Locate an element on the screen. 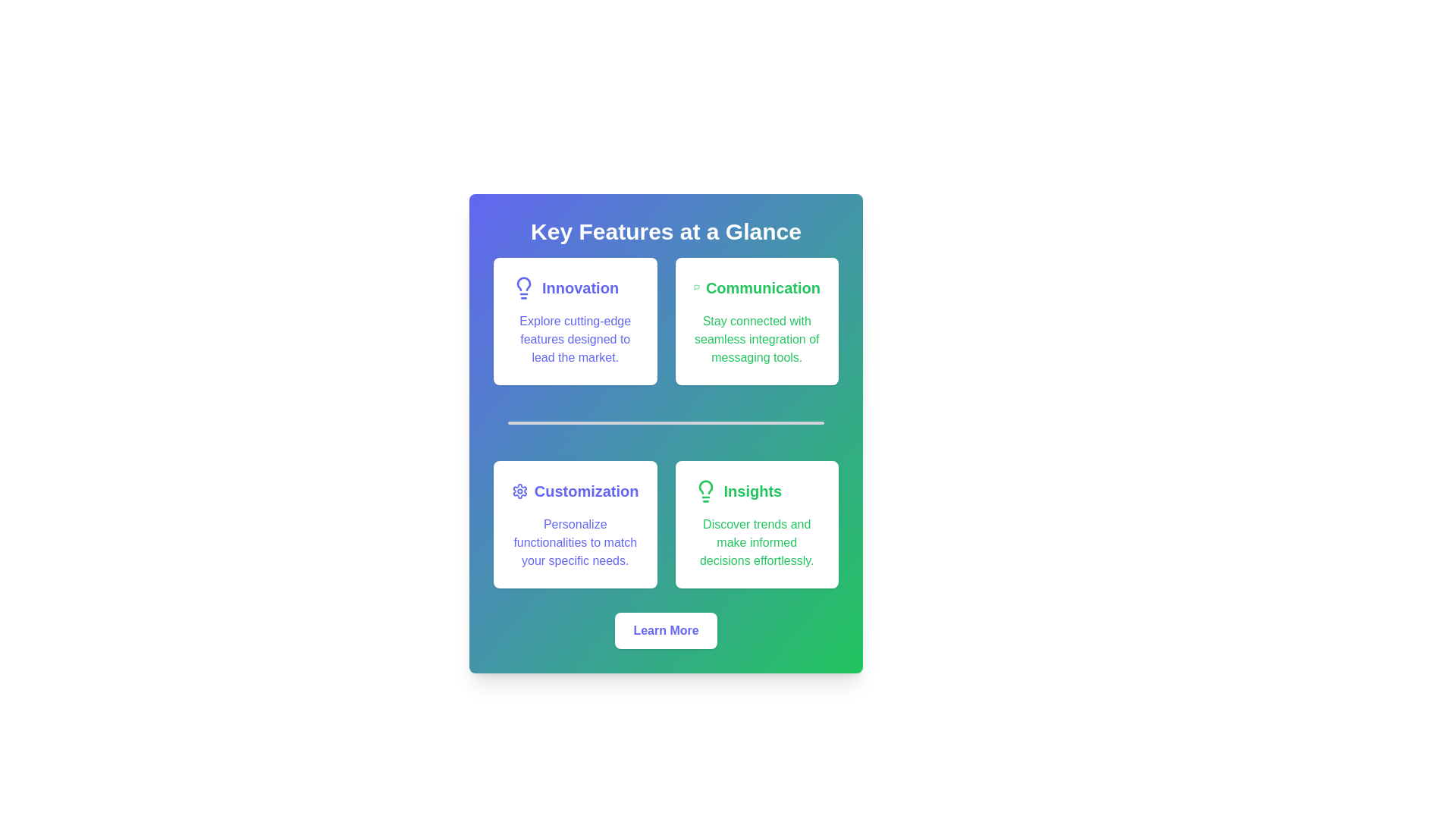 The width and height of the screenshot is (1456, 819). the rectangular button with rounded corners, white background, and blue text reading 'Learn More' is located at coordinates (666, 631).